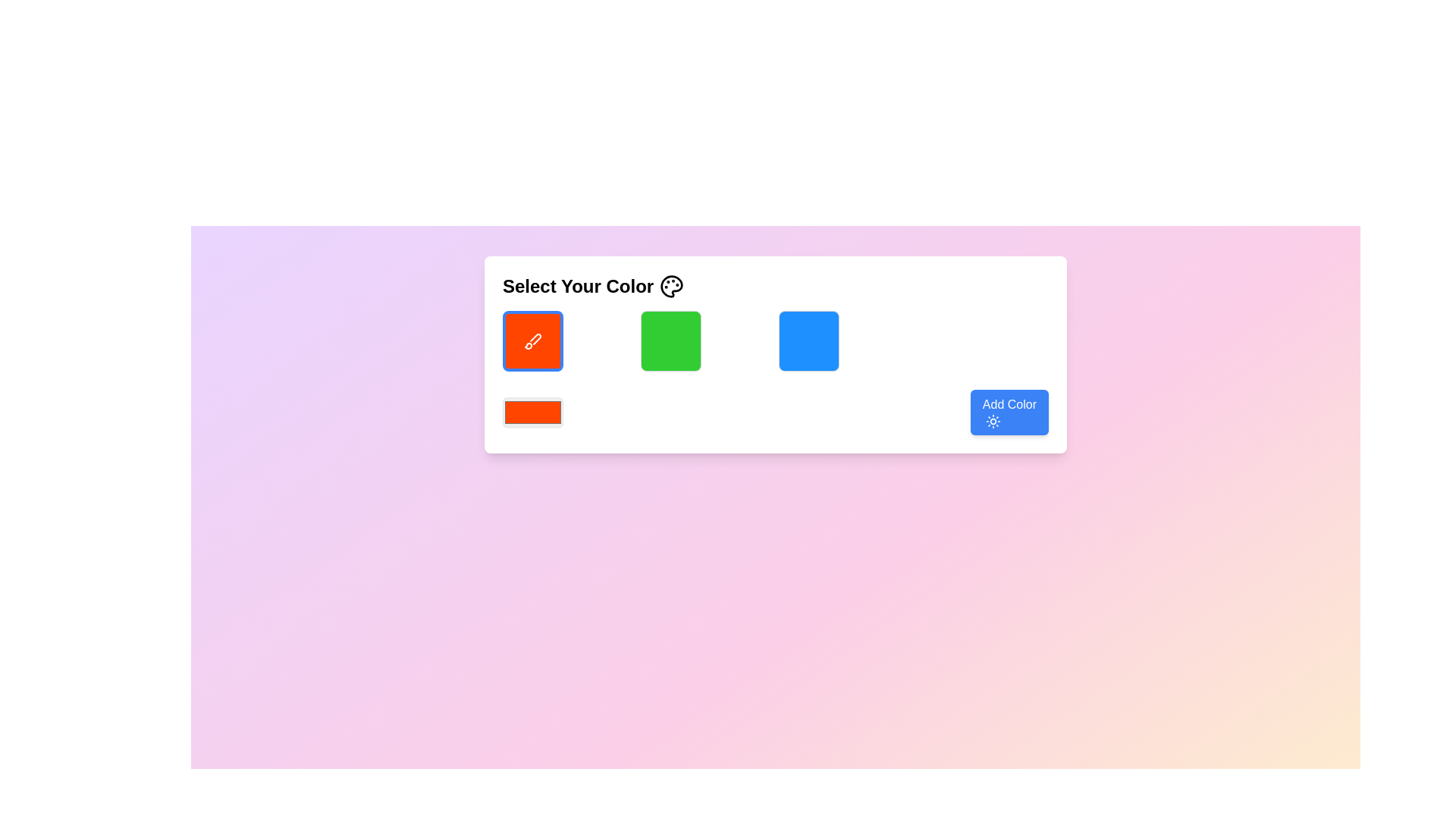 This screenshot has width=1456, height=819. Describe the element at coordinates (671, 287) in the screenshot. I see `the artist's palette icon located in the top-right corner of the white rectangular card, next to the 'Select Your Color' text` at that location.